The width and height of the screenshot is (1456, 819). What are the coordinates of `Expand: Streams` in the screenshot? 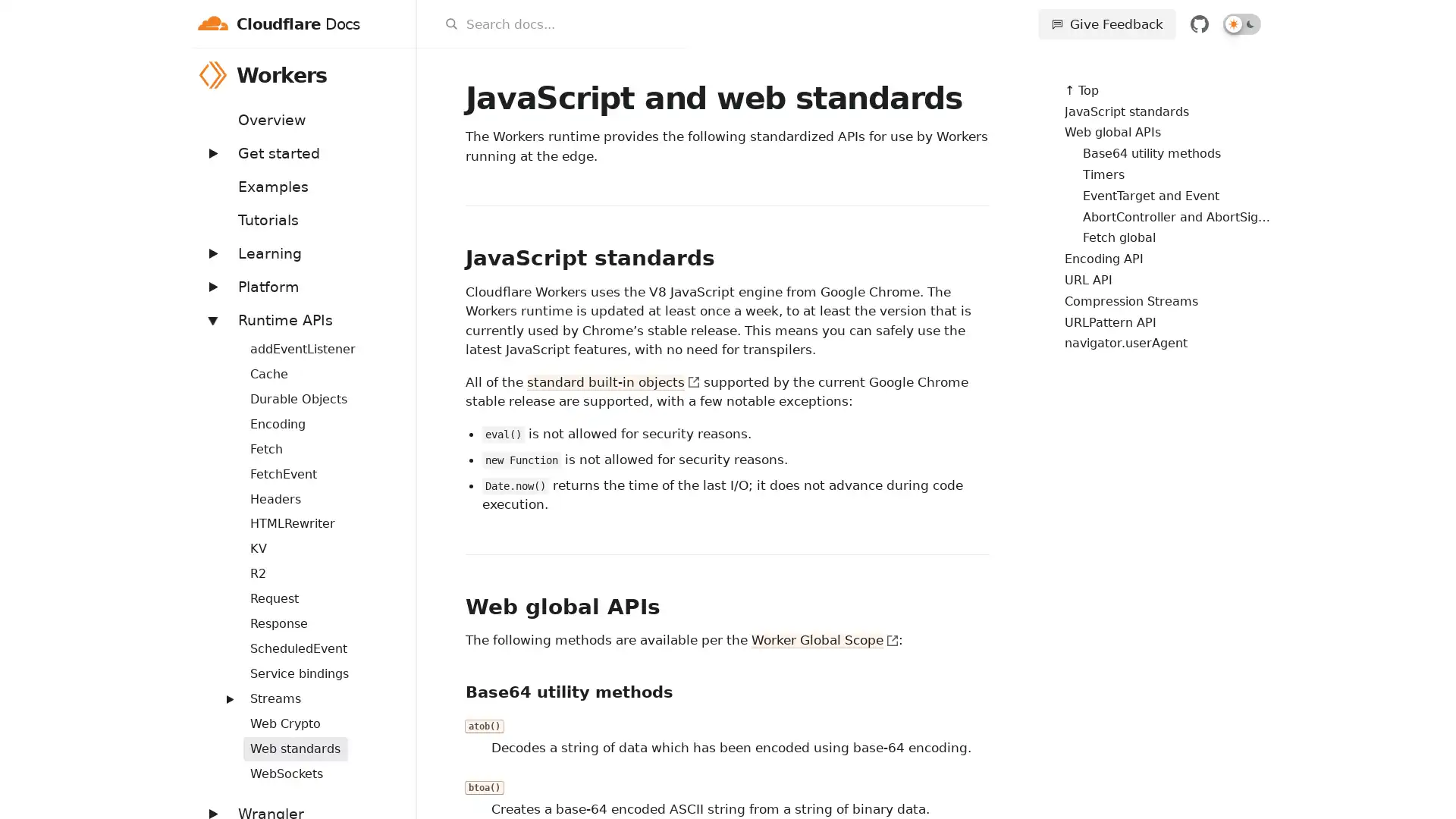 It's located at (228, 698).